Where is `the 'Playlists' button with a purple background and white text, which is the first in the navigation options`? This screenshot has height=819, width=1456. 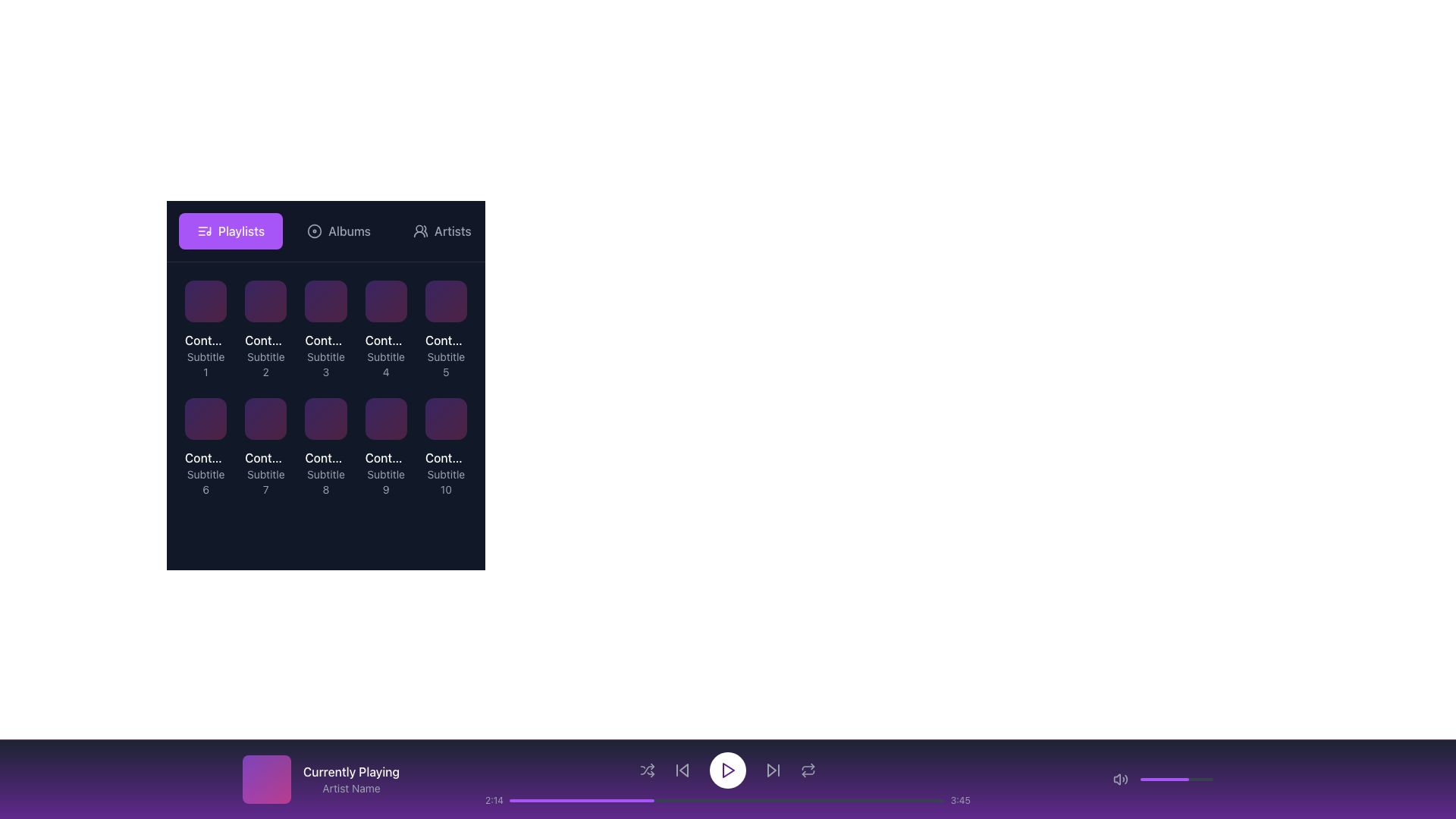 the 'Playlists' button with a purple background and white text, which is the first in the navigation options is located at coordinates (230, 231).